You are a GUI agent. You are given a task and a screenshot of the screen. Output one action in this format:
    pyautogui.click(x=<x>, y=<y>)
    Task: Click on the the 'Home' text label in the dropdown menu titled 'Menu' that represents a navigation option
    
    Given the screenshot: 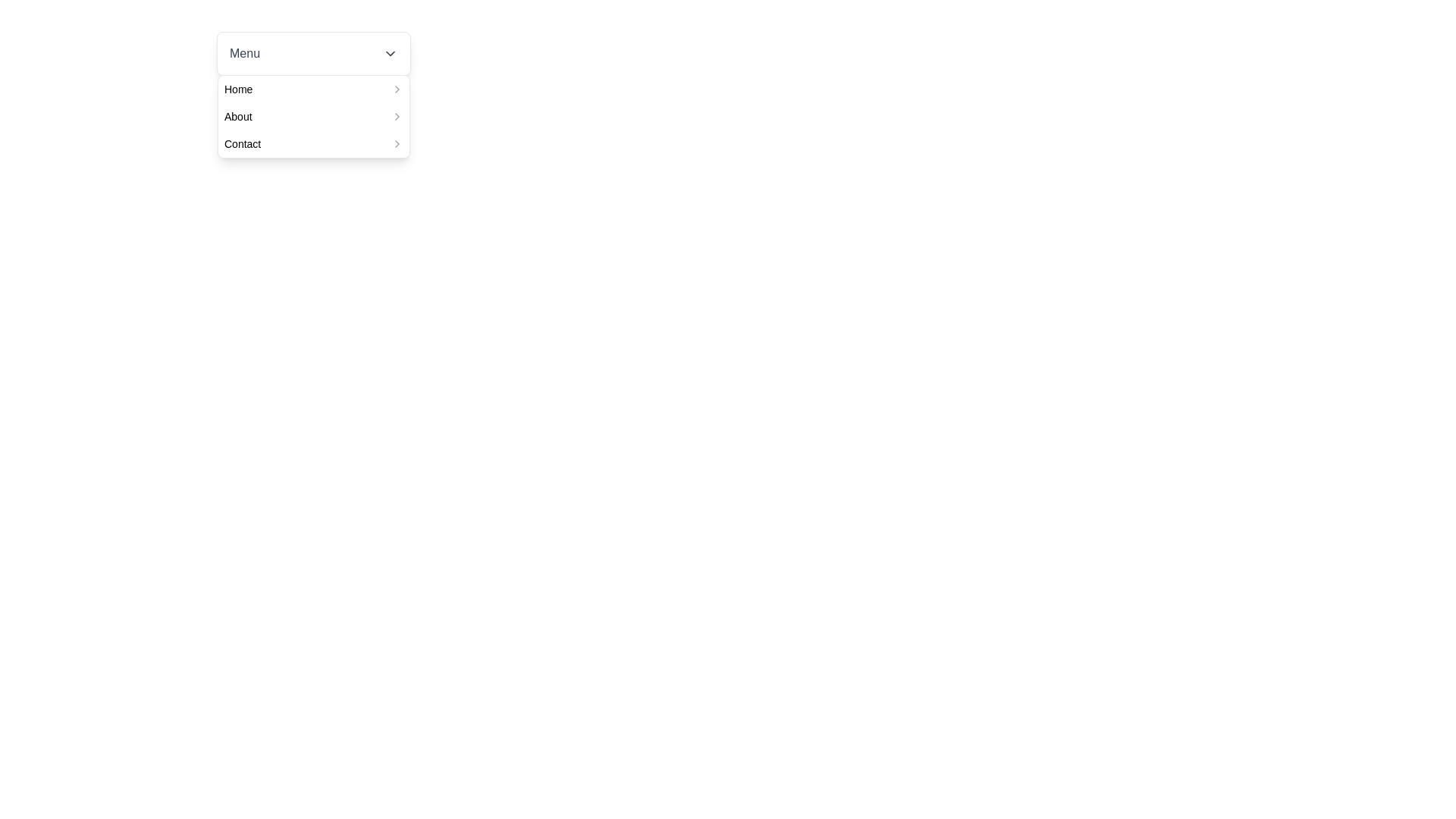 What is the action you would take?
    pyautogui.click(x=237, y=89)
    